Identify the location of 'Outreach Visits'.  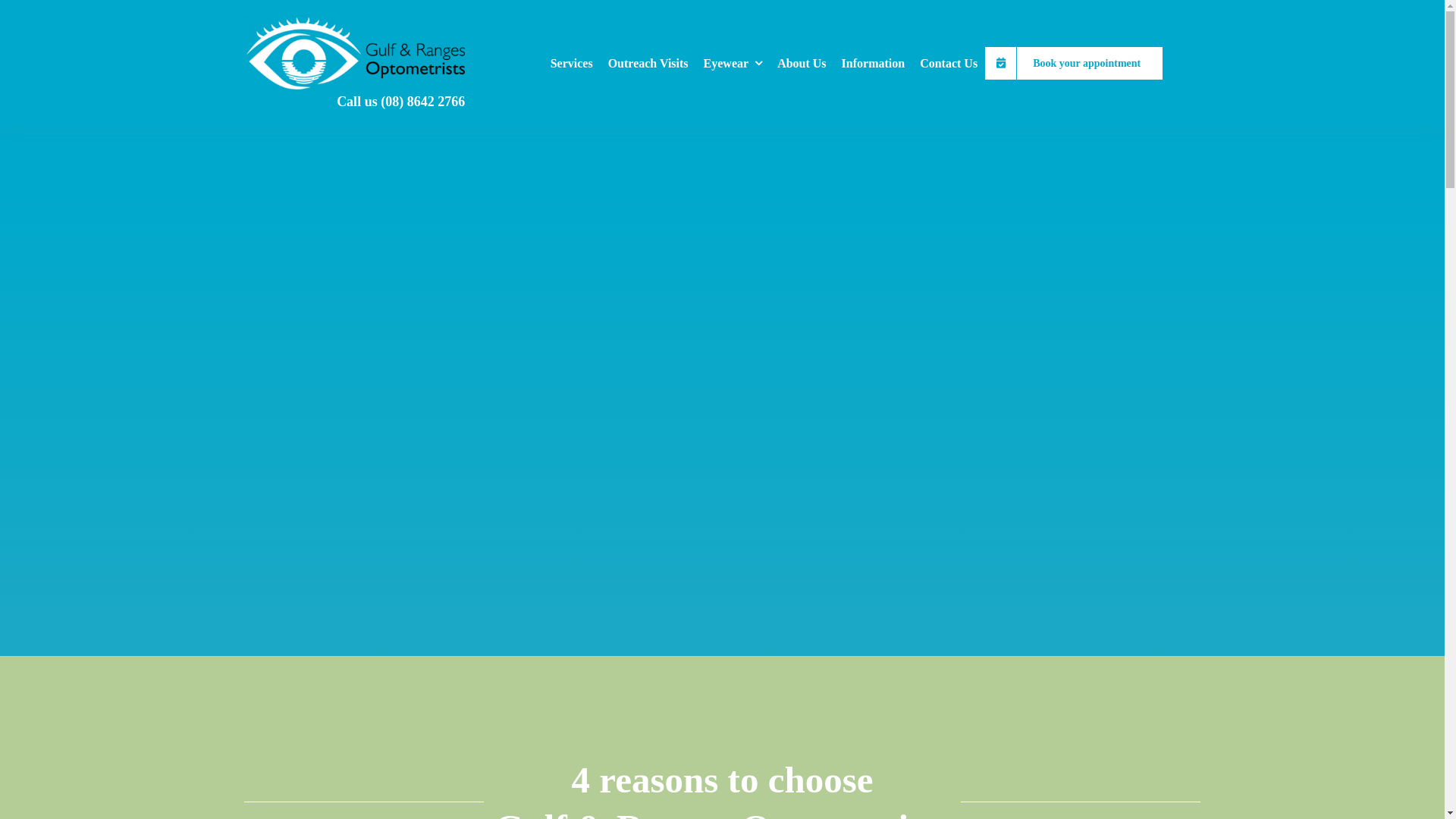
(648, 62).